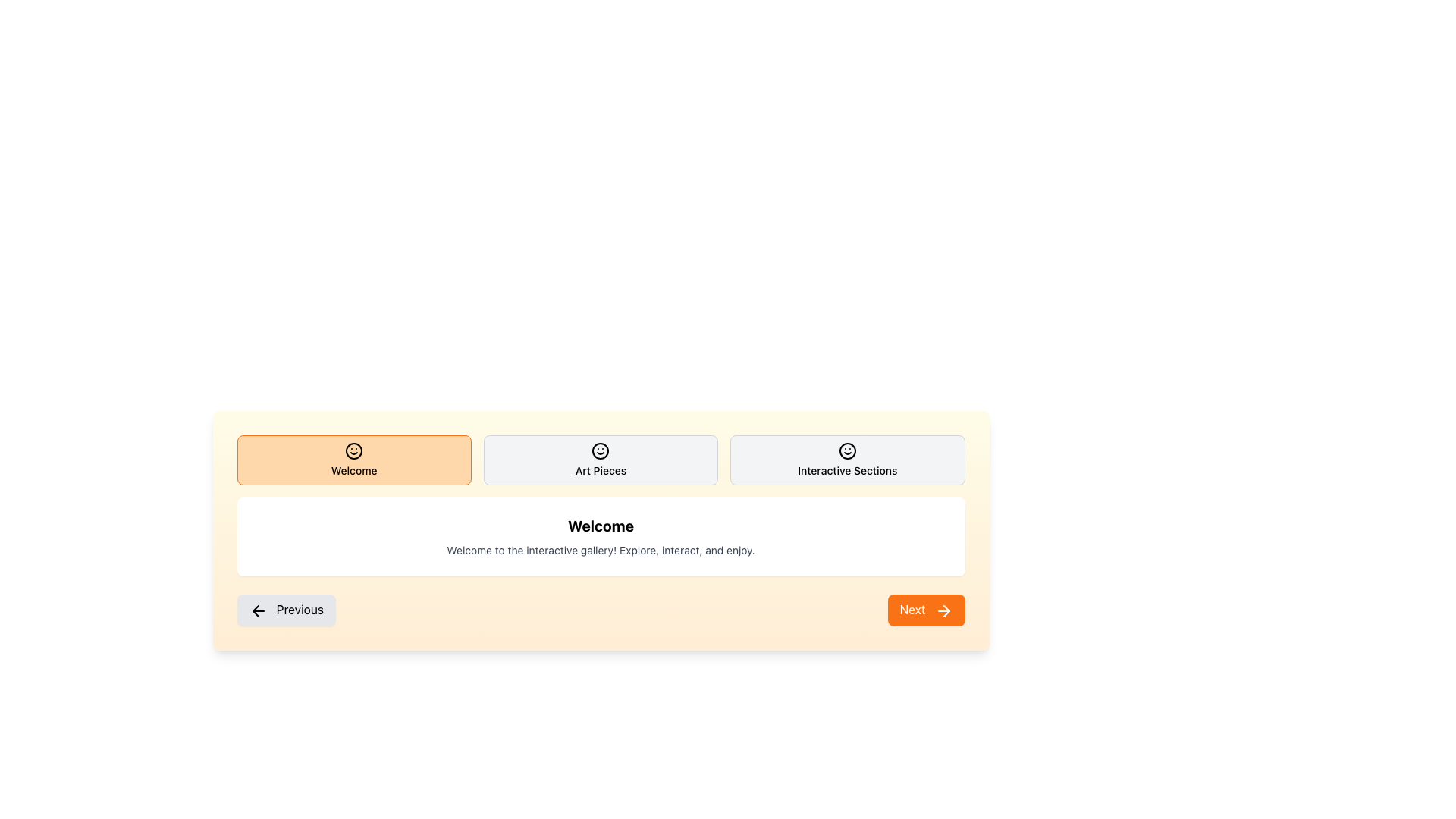 This screenshot has width=1456, height=819. What do you see at coordinates (600, 465) in the screenshot?
I see `the second navigation item in the horizontal row, which is used for selecting a category or section` at bounding box center [600, 465].